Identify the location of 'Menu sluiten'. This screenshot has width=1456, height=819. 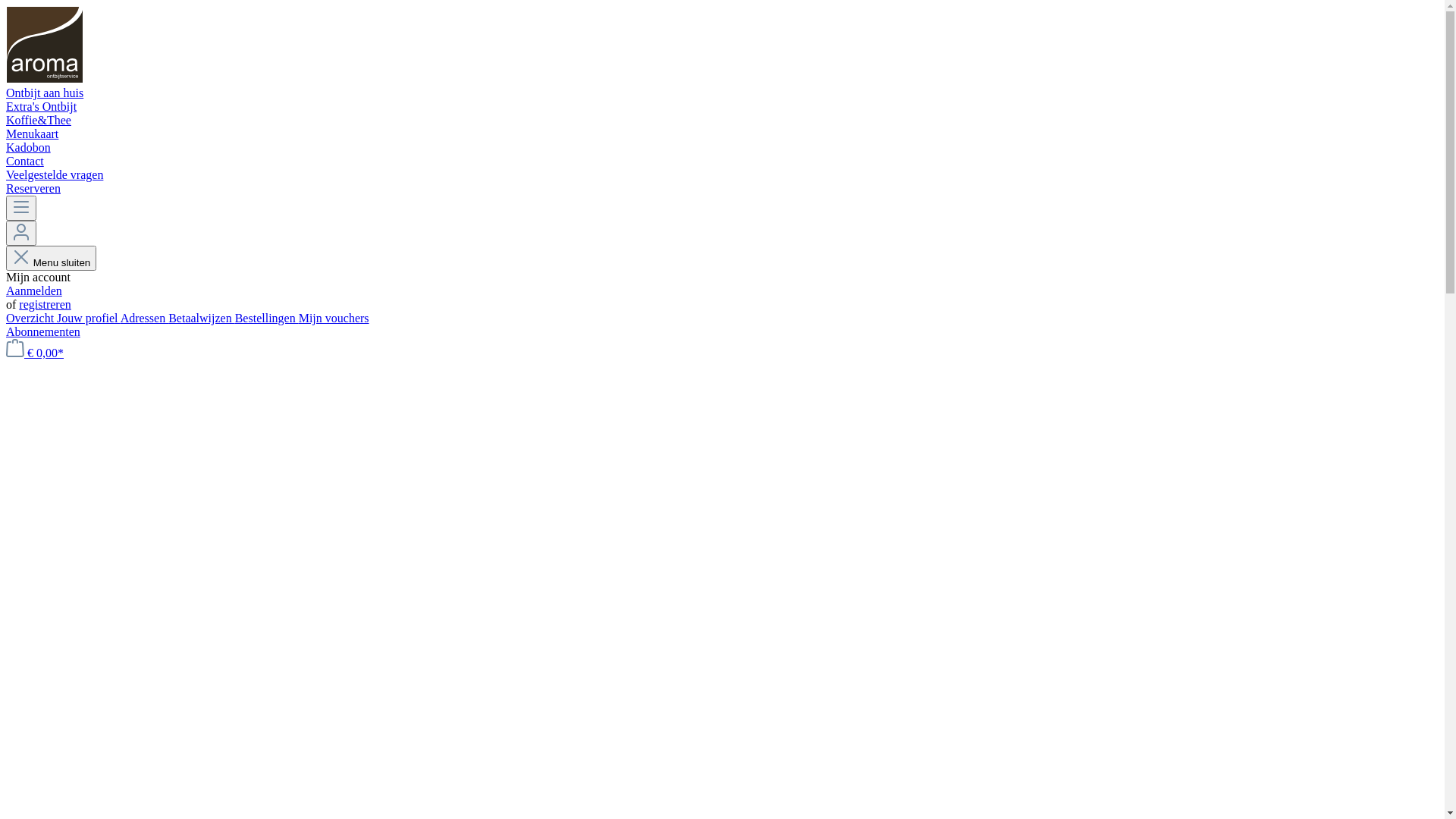
(51, 257).